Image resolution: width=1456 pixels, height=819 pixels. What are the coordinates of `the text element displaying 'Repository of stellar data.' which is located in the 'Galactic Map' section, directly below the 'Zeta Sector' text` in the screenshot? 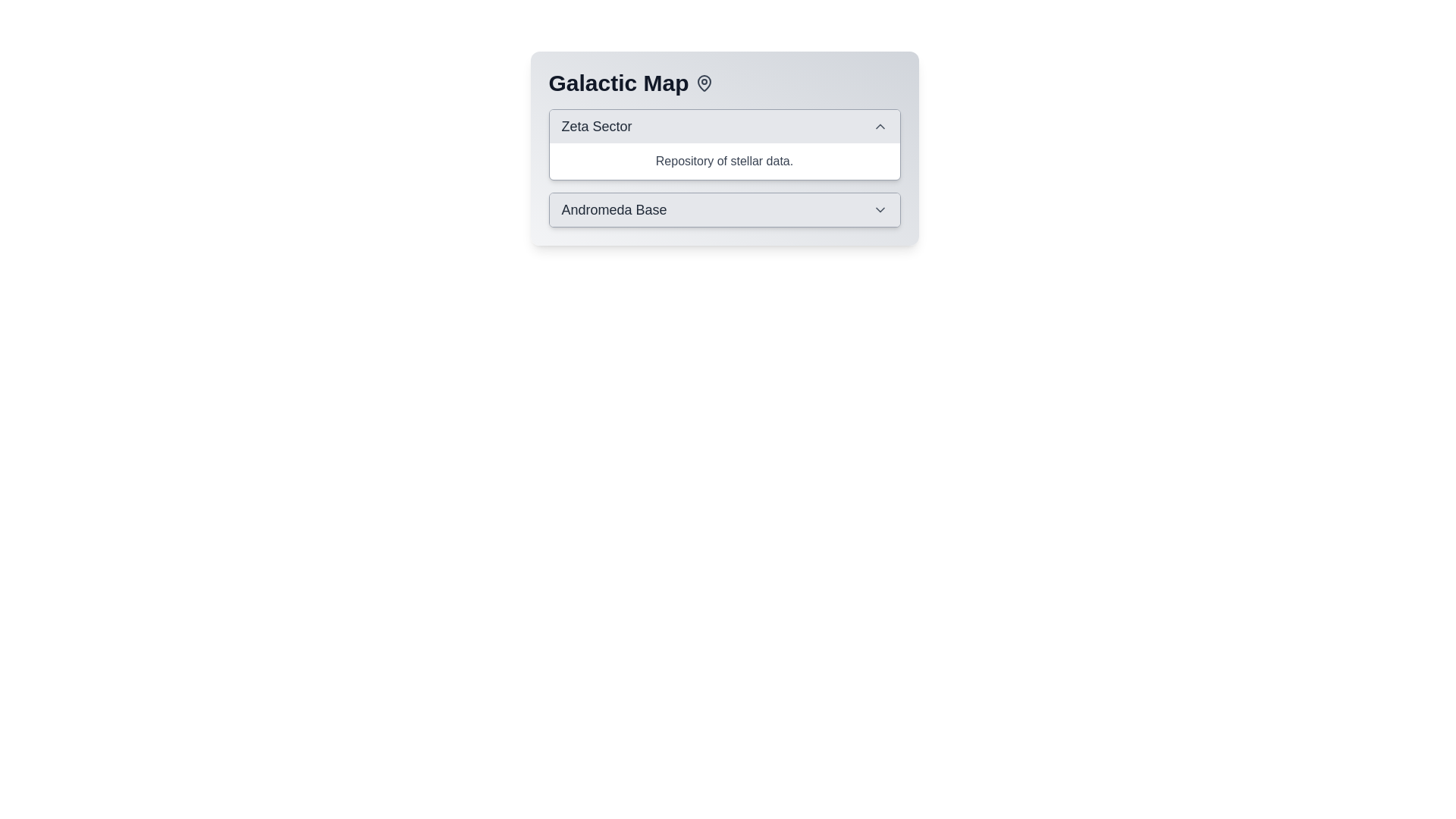 It's located at (723, 161).